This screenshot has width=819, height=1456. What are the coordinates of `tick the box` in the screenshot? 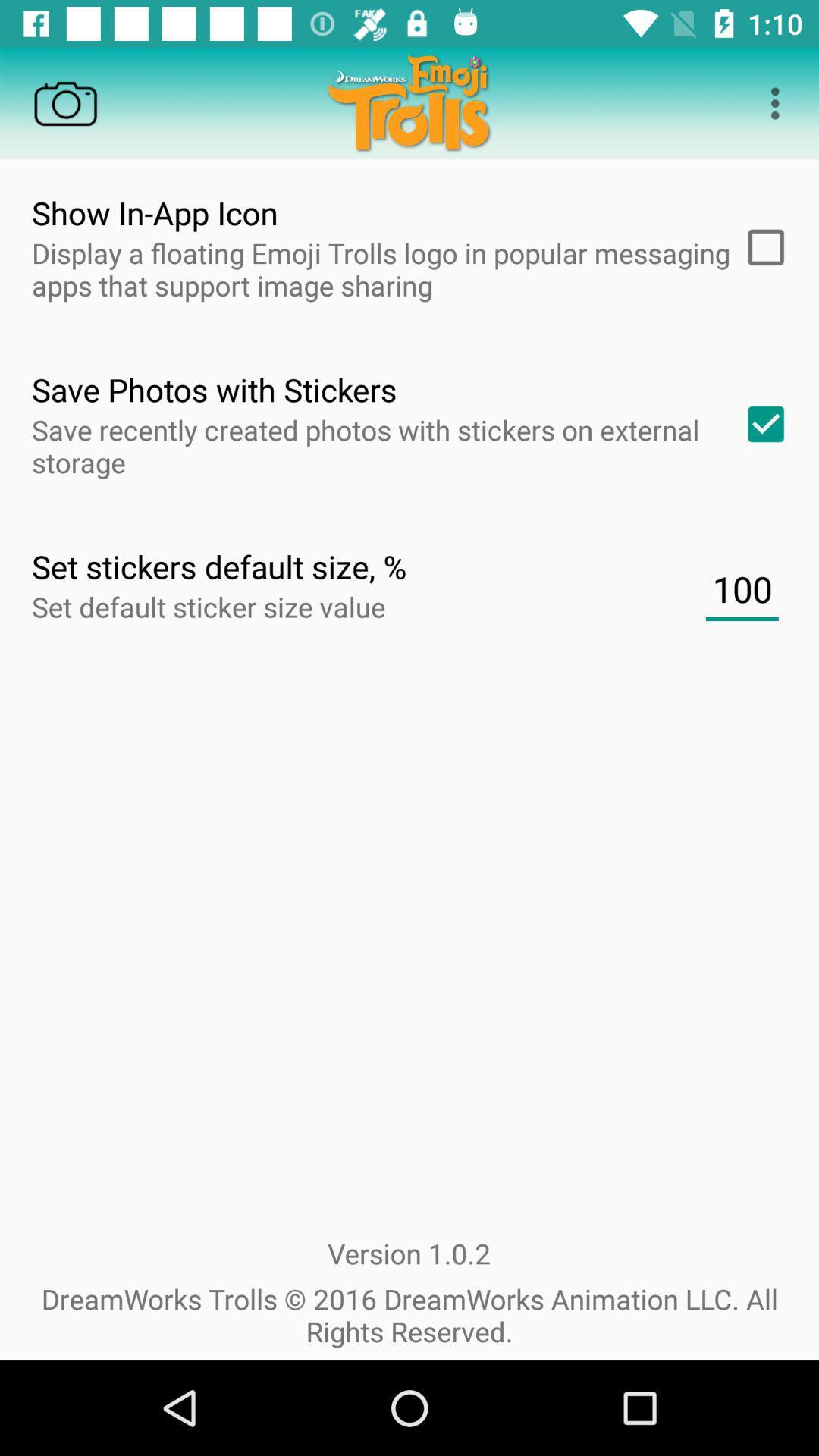 It's located at (761, 247).